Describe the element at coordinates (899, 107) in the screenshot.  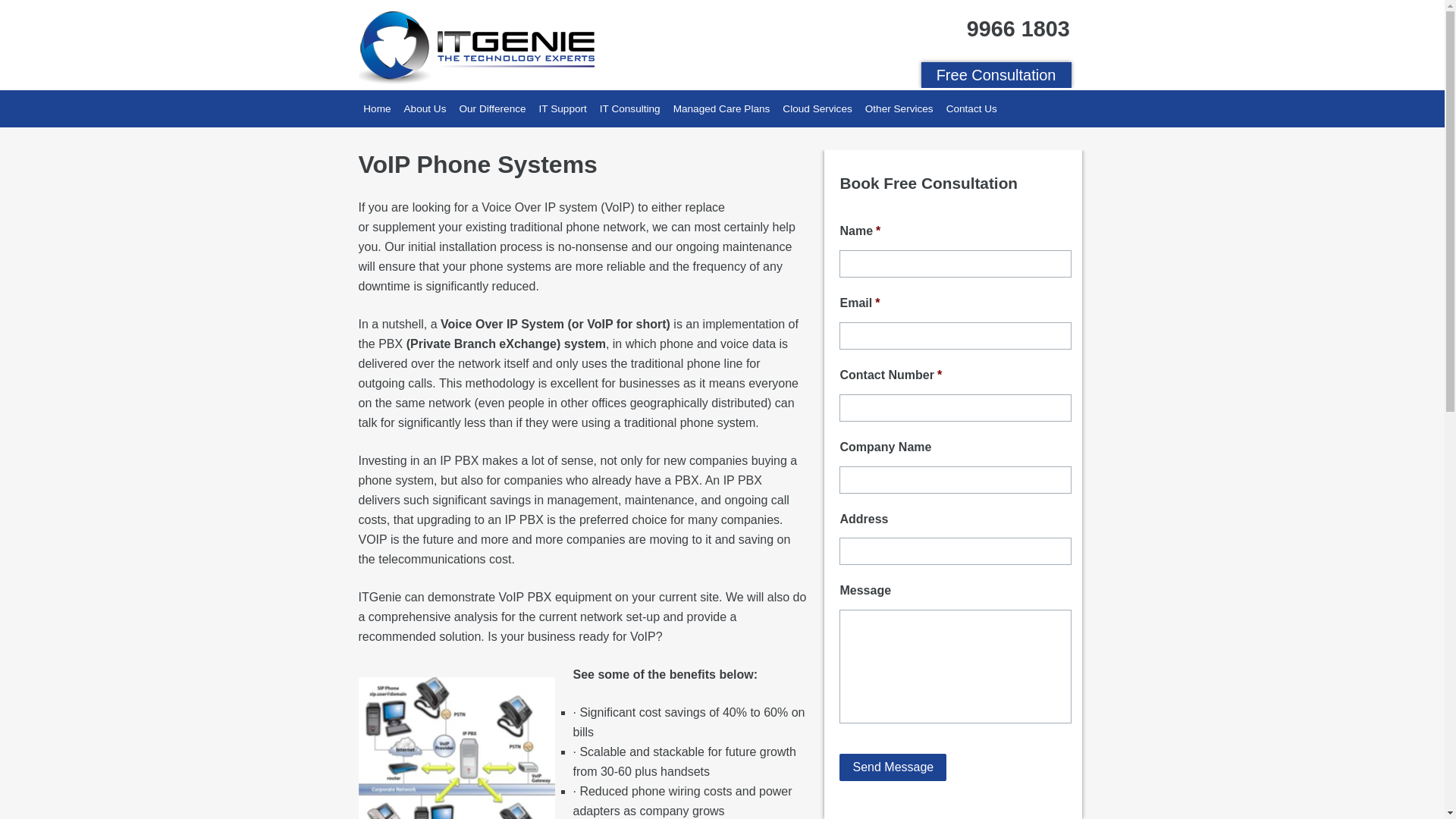
I see `'Other Services'` at that location.